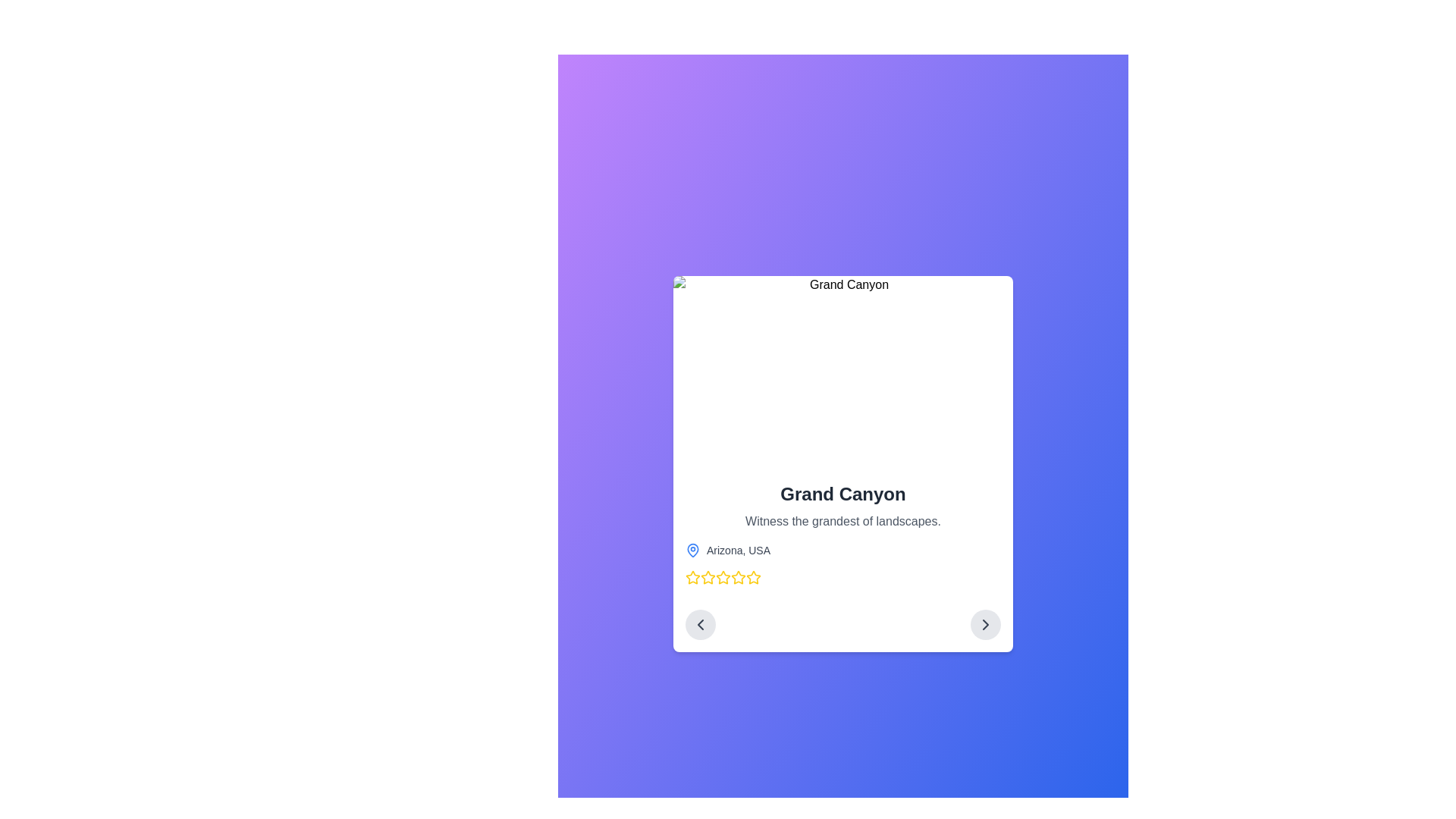 The height and width of the screenshot is (819, 1456). Describe the element at coordinates (739, 578) in the screenshot. I see `the sixth star icon in the interactive rating system below the text 'Arizona, USA'` at that location.